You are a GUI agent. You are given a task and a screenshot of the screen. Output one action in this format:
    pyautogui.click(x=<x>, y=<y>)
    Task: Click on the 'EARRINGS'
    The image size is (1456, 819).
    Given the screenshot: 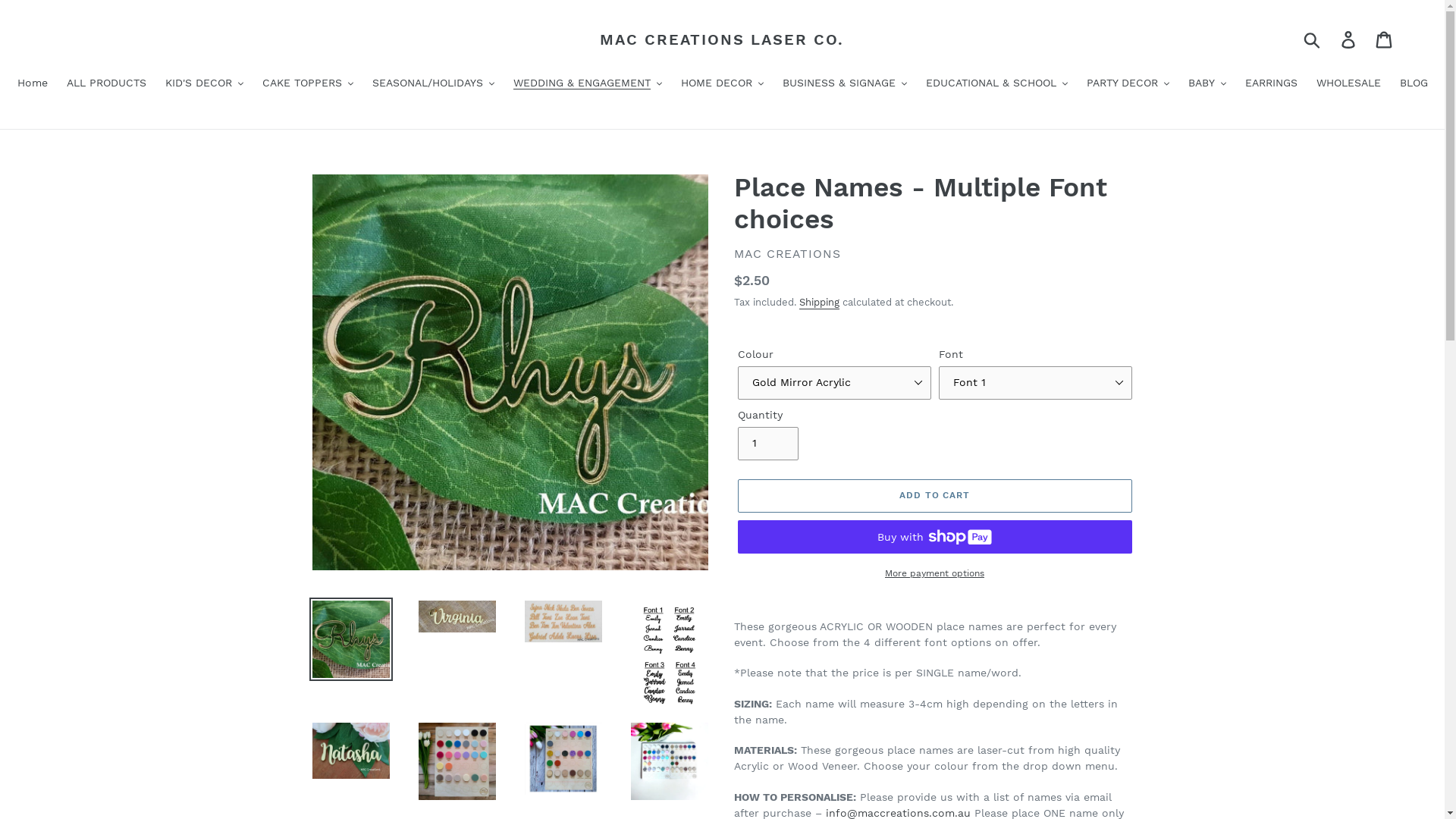 What is the action you would take?
    pyautogui.click(x=1238, y=84)
    